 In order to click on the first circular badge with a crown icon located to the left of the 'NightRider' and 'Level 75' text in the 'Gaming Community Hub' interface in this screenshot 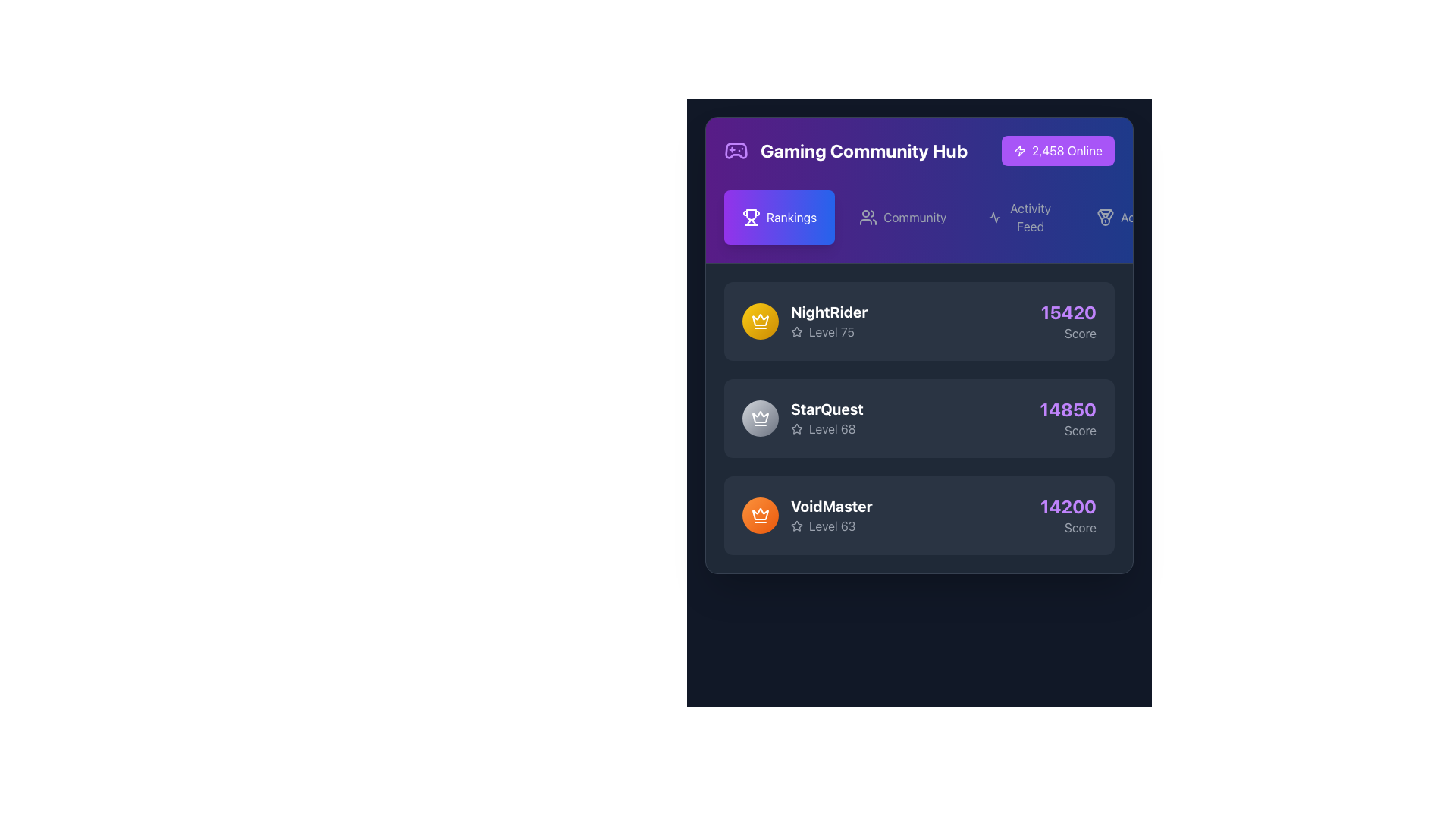, I will do `click(761, 321)`.